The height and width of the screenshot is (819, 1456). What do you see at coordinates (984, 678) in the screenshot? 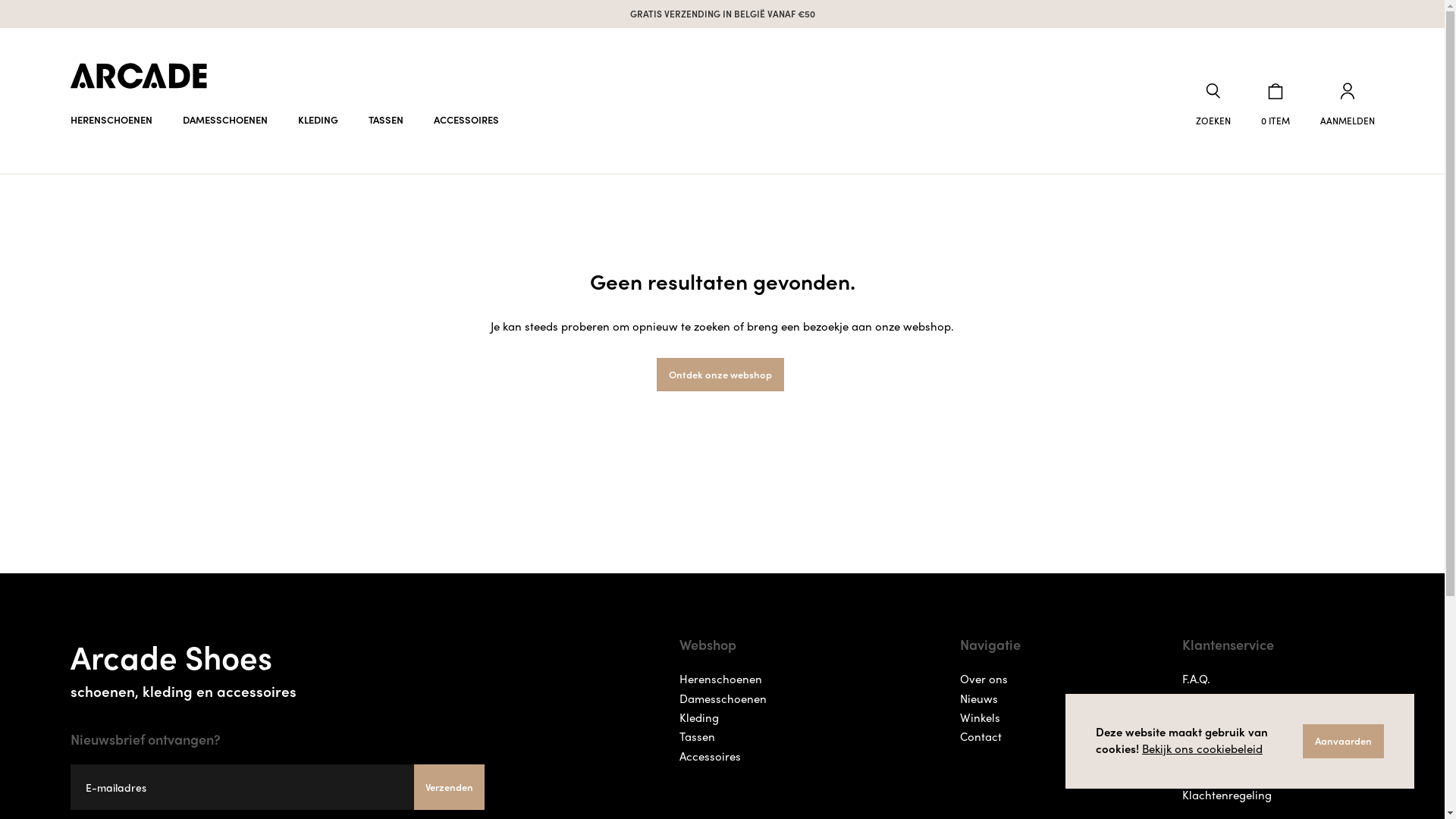
I see `'Over ons'` at bounding box center [984, 678].